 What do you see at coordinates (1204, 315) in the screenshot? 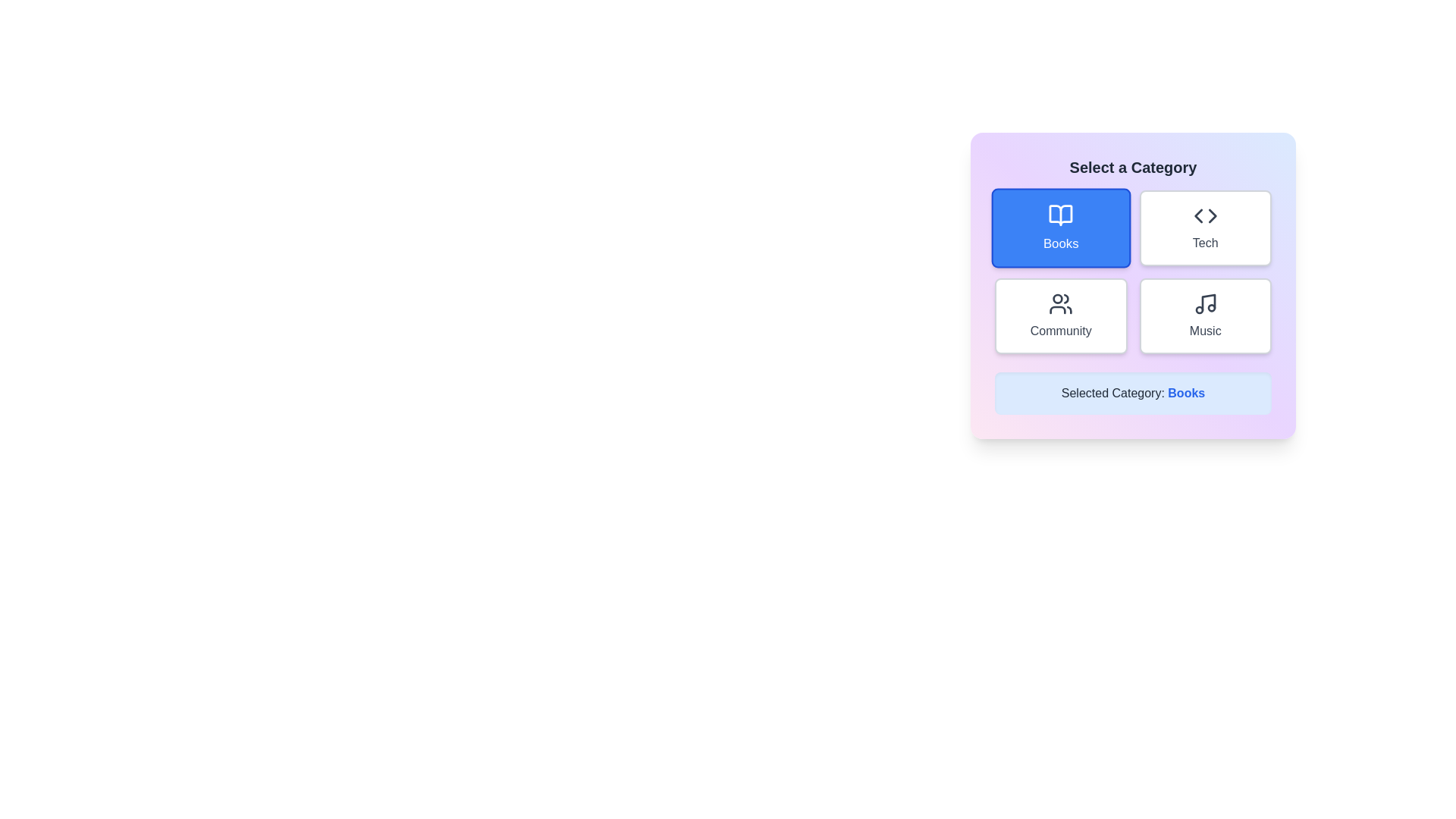
I see `the category button for Music` at bounding box center [1204, 315].